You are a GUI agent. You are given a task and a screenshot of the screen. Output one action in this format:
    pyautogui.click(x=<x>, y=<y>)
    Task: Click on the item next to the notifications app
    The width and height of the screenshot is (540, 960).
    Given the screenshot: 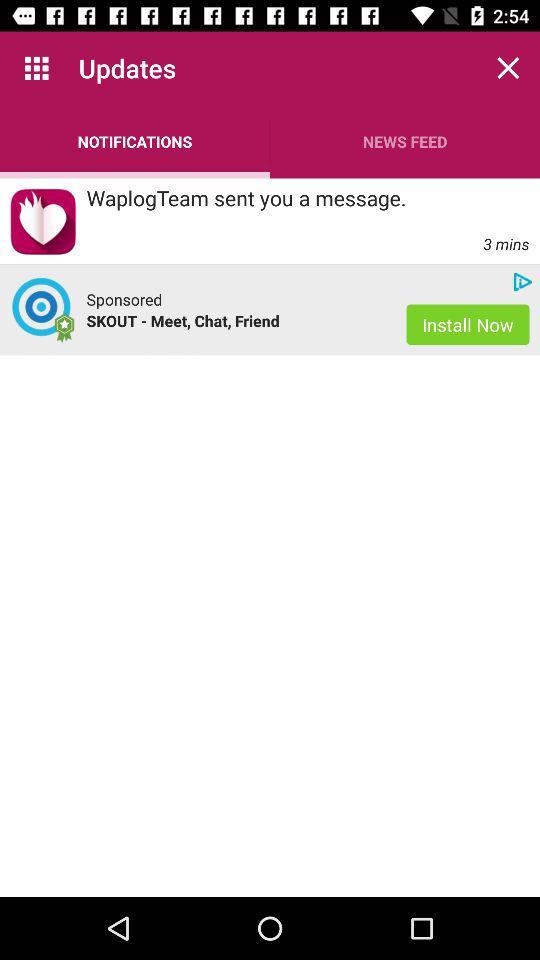 What is the action you would take?
    pyautogui.click(x=405, y=140)
    